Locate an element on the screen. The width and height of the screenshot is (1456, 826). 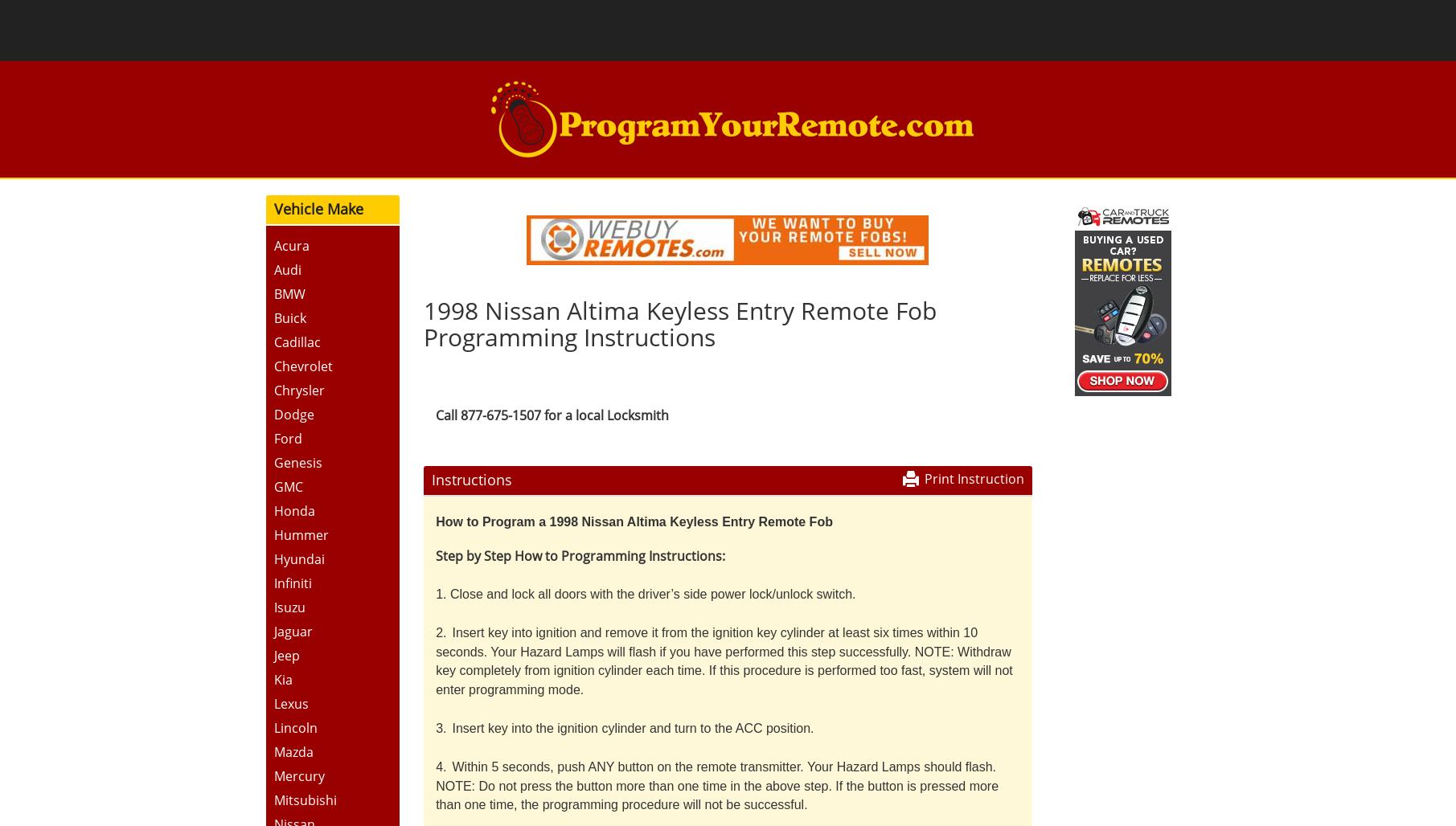
'BMW' is located at coordinates (272, 292).